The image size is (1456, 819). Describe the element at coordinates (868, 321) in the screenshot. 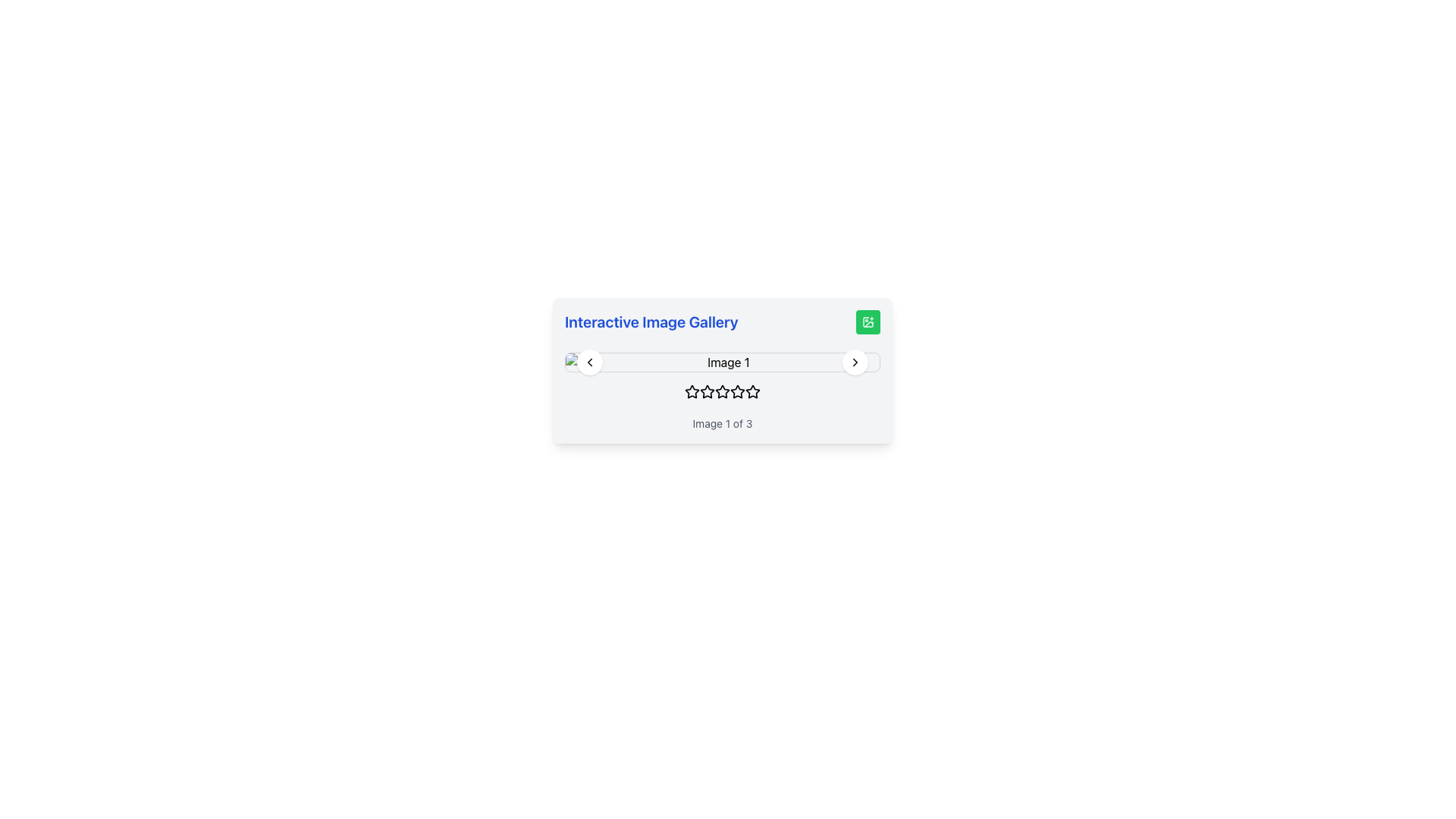

I see `the icon button located in the top-right corner of the 'Interactive Image Gallery' card` at that location.